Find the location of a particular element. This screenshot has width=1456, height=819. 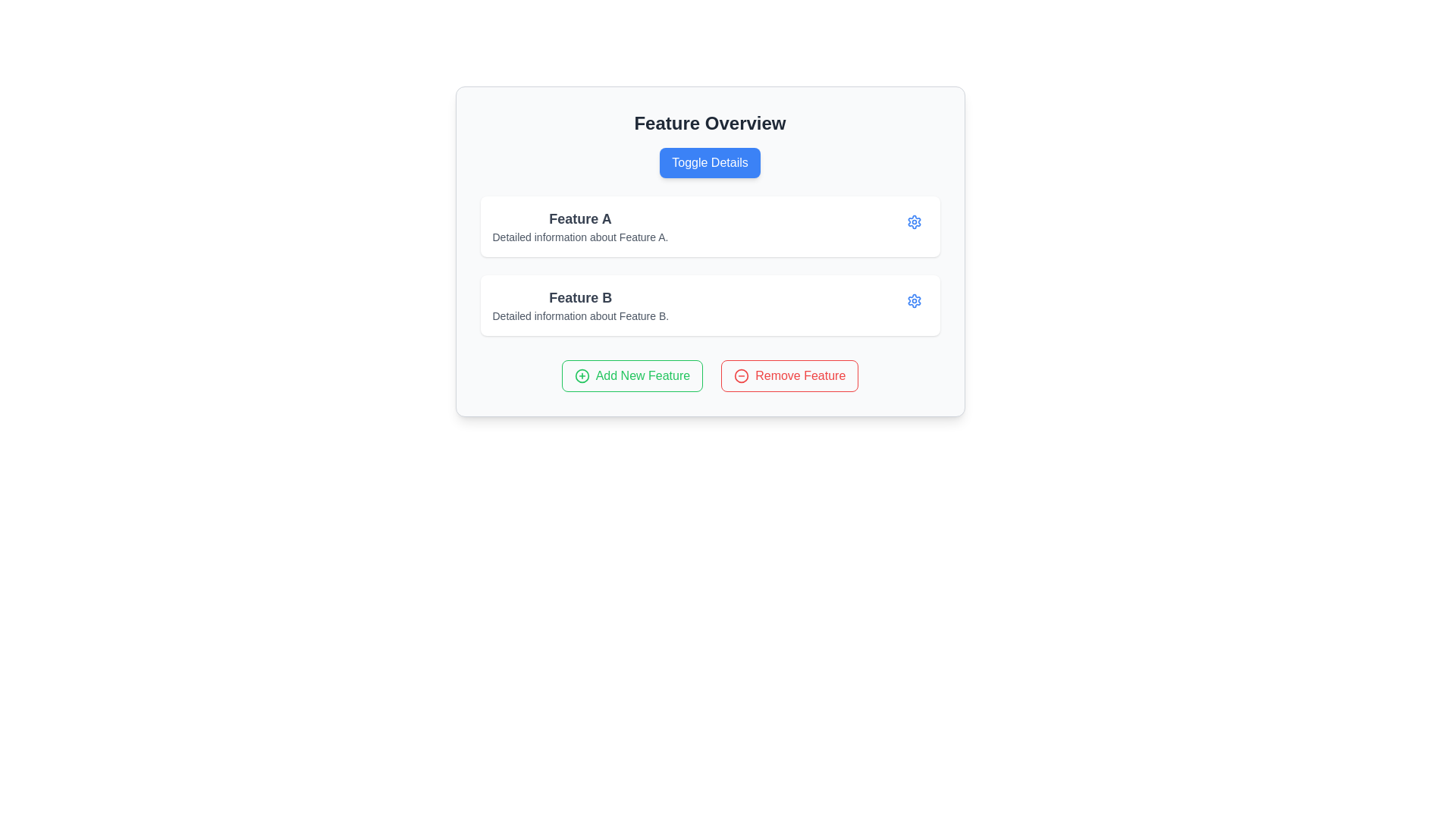

the second button at the bottom of the interface, located to the right of the 'Add New Feature' button is located at coordinates (789, 375).